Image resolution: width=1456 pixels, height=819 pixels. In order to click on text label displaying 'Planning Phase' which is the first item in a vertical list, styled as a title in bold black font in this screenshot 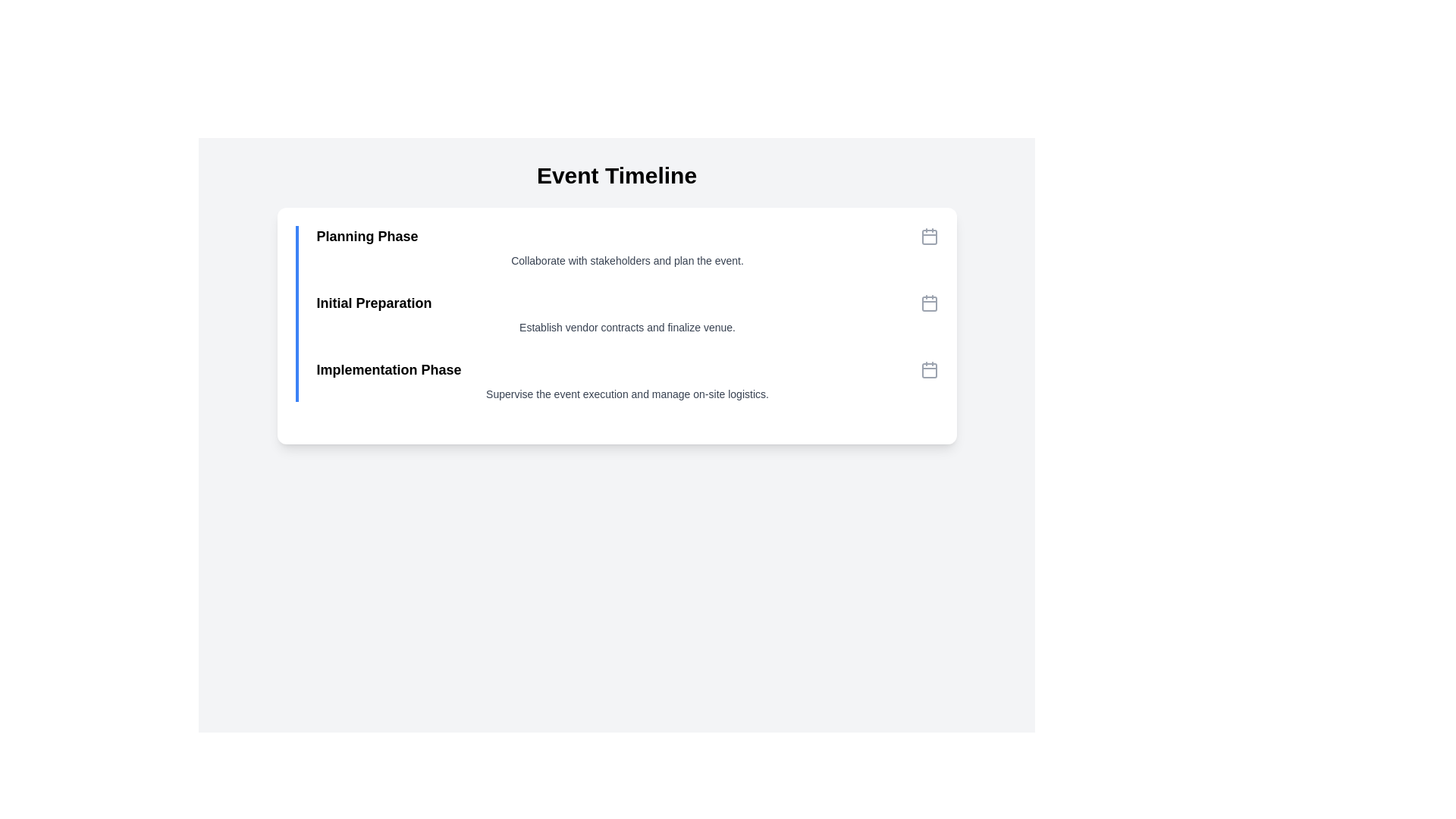, I will do `click(367, 237)`.